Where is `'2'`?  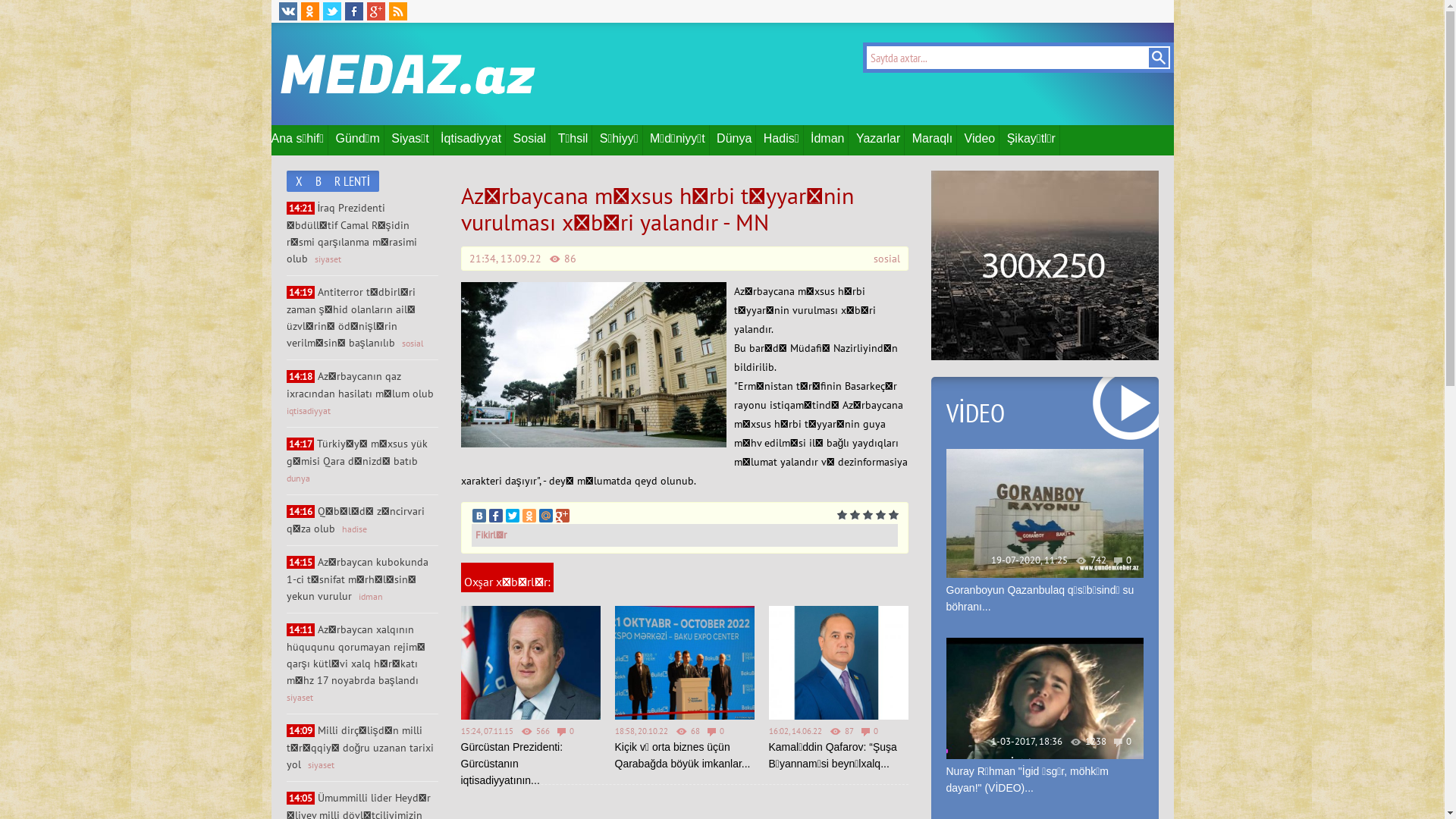 '2' is located at coordinates (854, 514).